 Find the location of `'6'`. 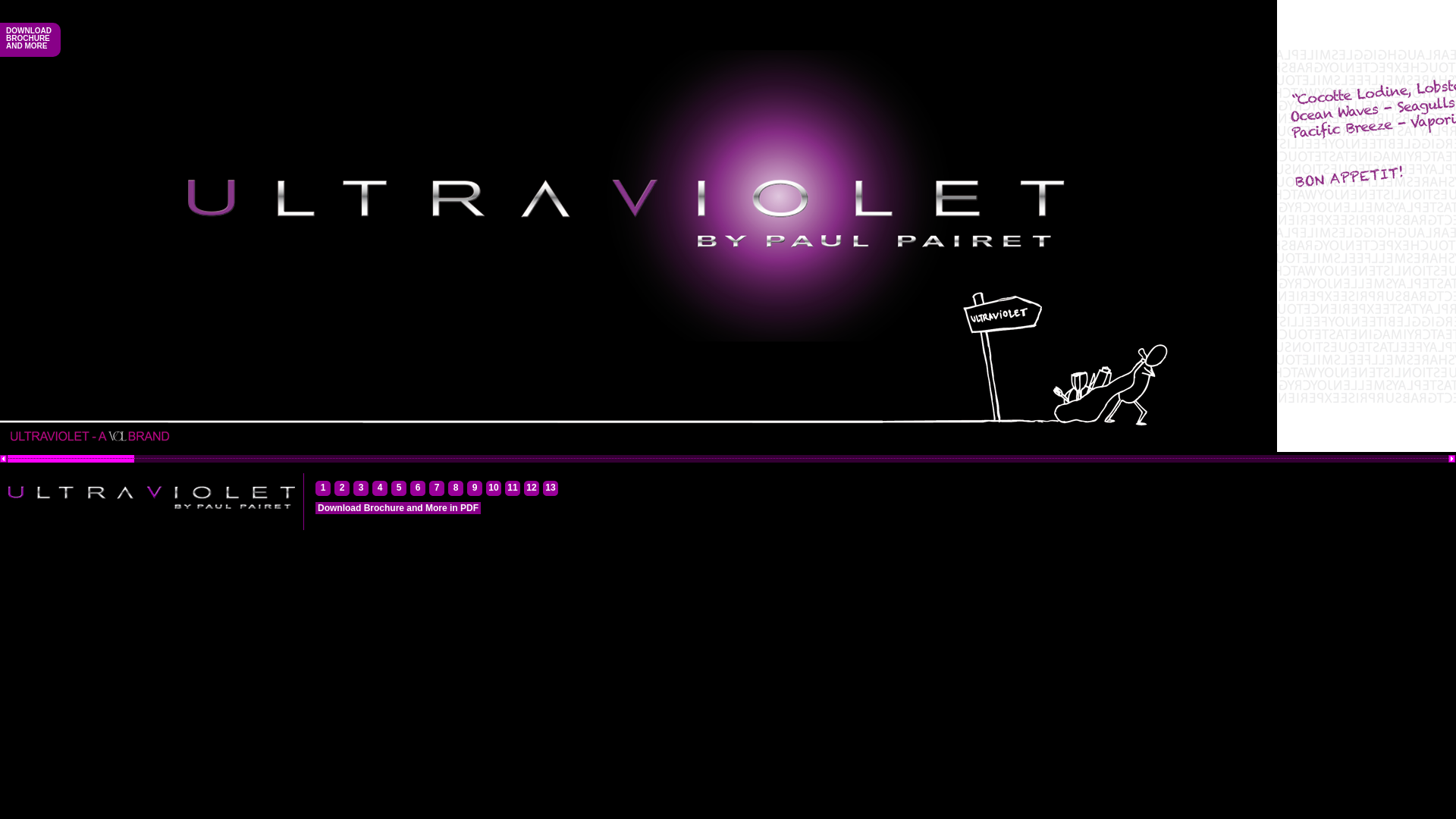

'6' is located at coordinates (418, 488).